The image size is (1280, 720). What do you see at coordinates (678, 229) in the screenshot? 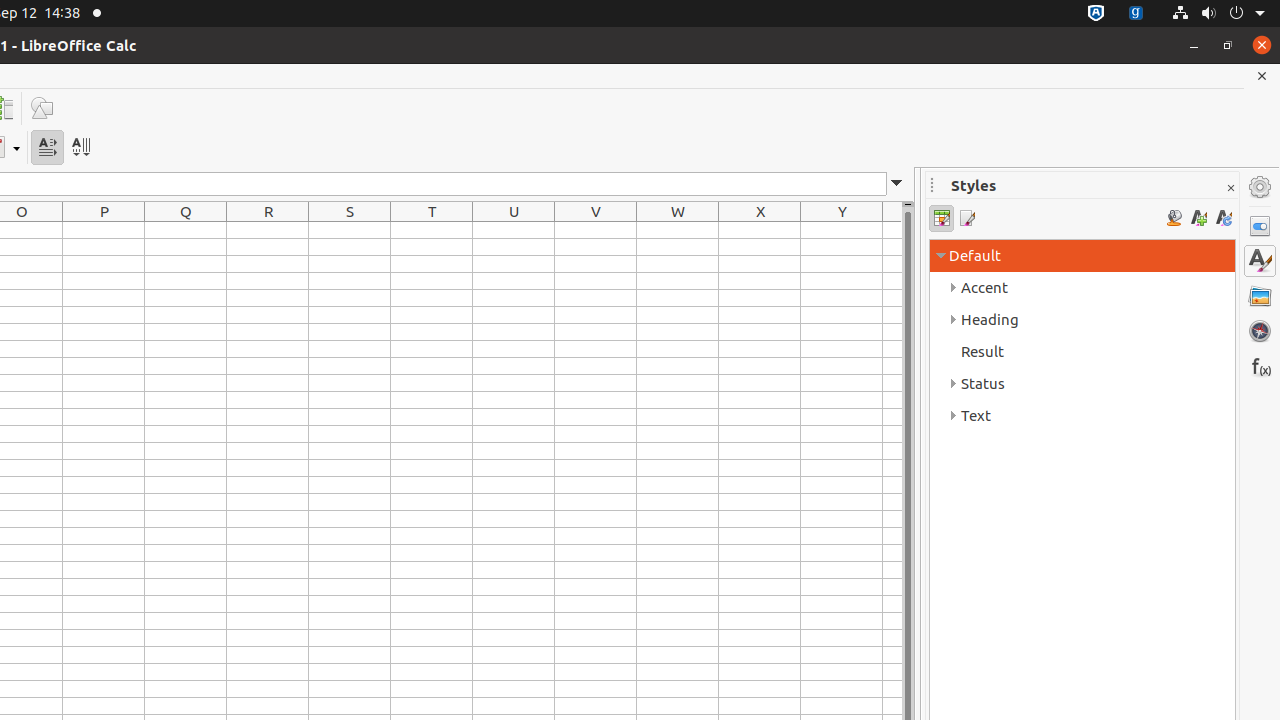
I see `'W1'` at bounding box center [678, 229].